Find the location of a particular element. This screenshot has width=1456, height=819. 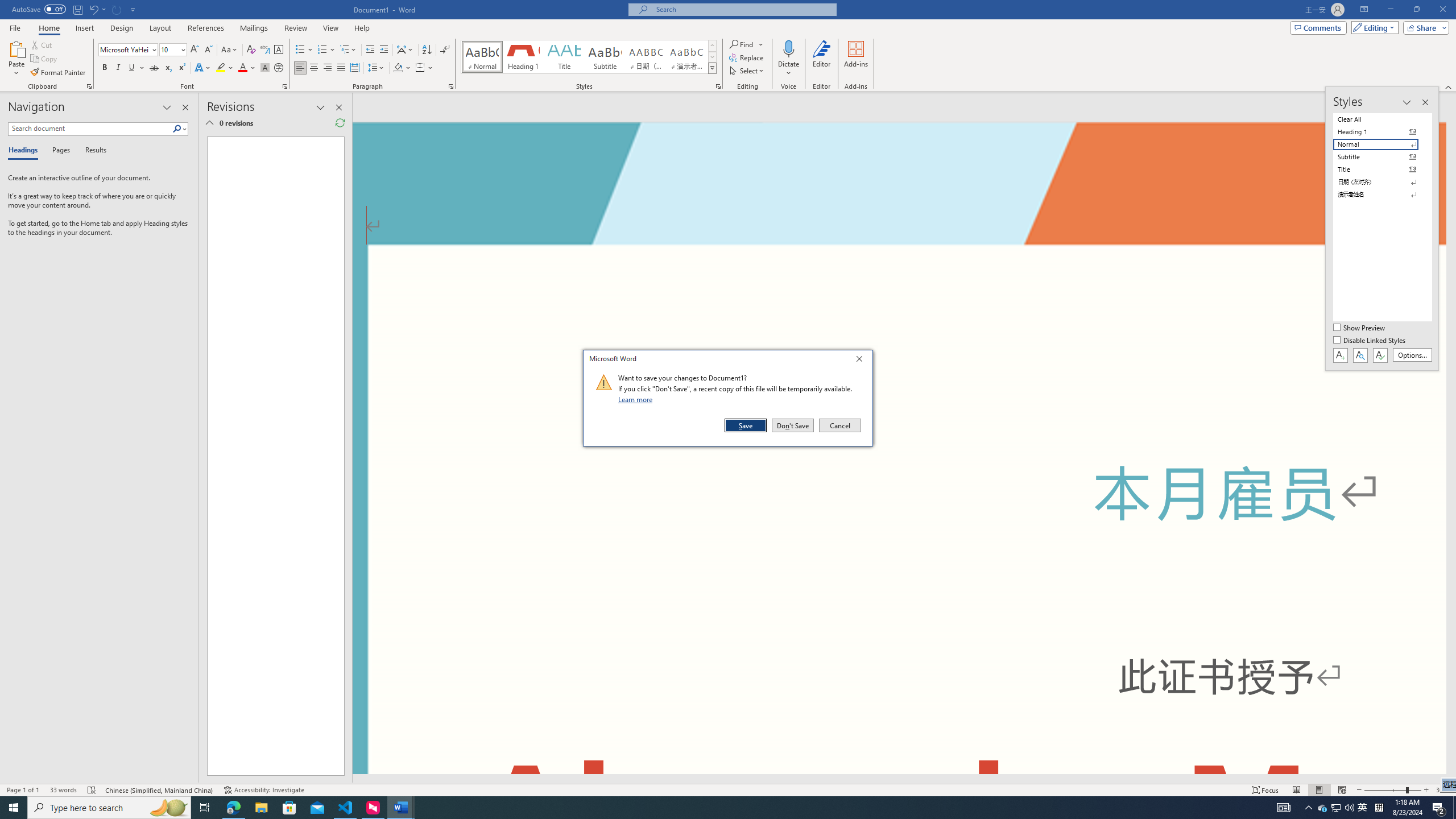

'Strikethrough' is located at coordinates (154, 67).